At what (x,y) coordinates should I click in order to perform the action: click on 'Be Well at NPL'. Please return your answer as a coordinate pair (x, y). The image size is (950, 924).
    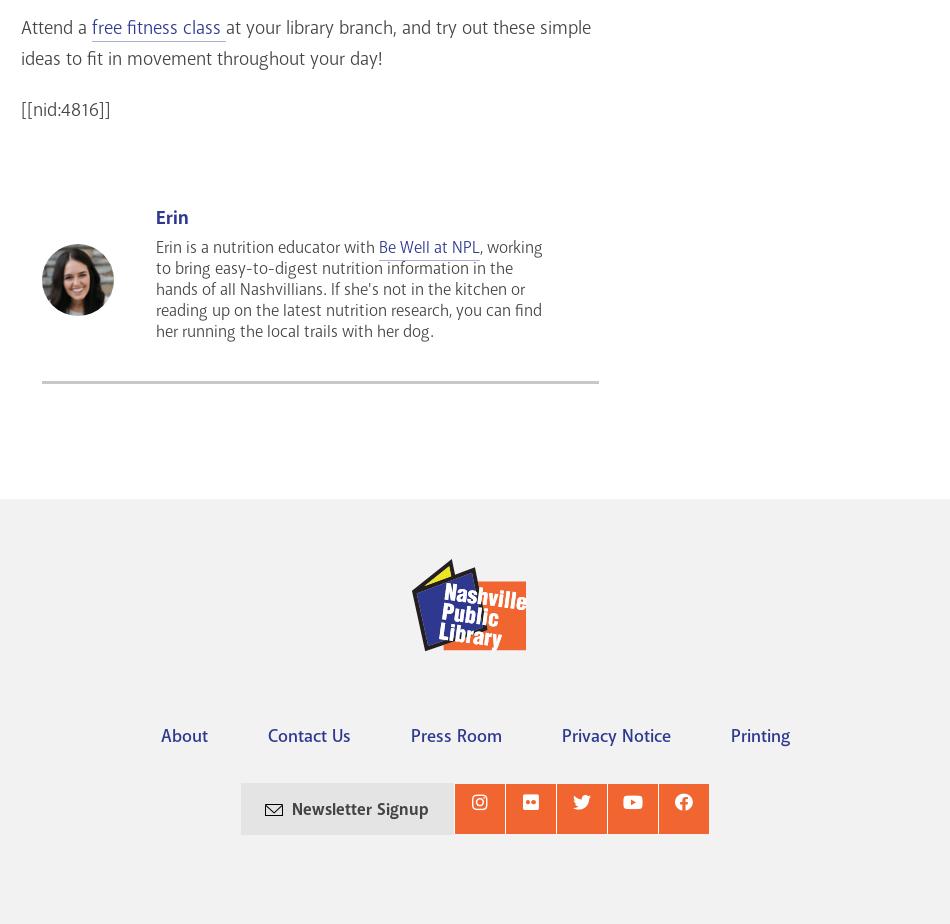
    Looking at the image, I should click on (377, 247).